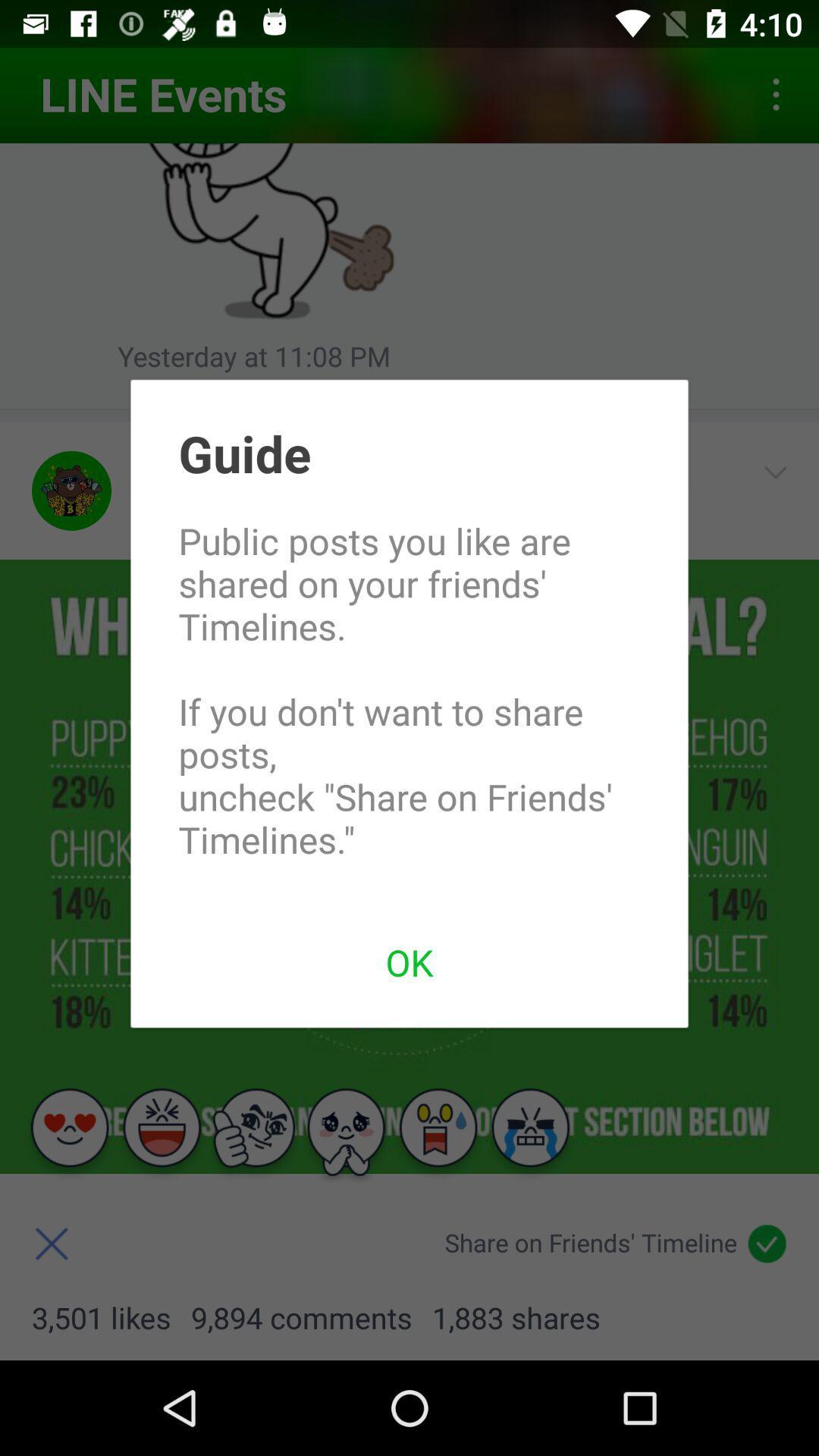 This screenshot has height=1456, width=819. What do you see at coordinates (409, 961) in the screenshot?
I see `the ok button` at bounding box center [409, 961].